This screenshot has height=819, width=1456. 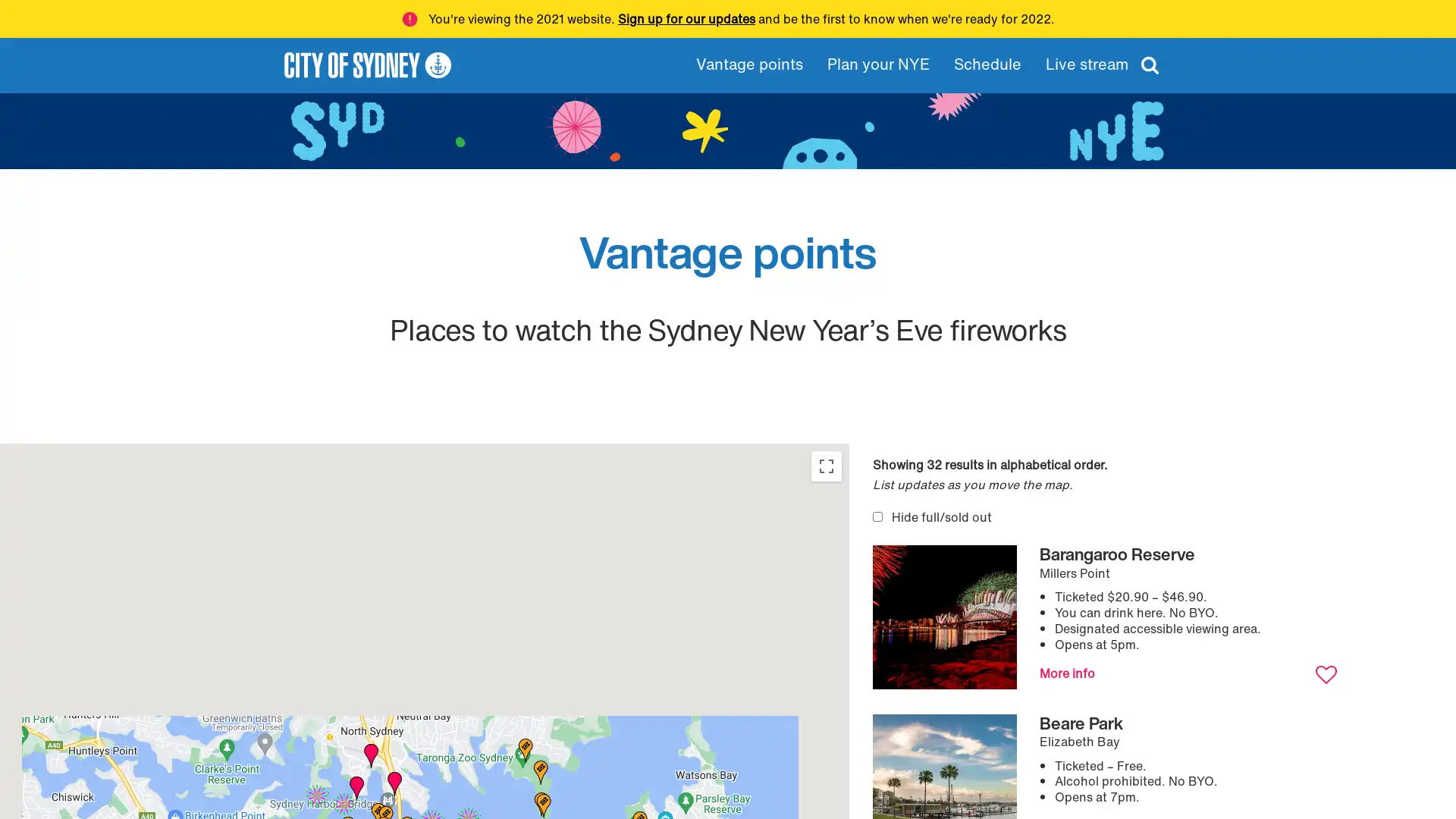 I want to click on Favourites, so click(x=1103, y=433).